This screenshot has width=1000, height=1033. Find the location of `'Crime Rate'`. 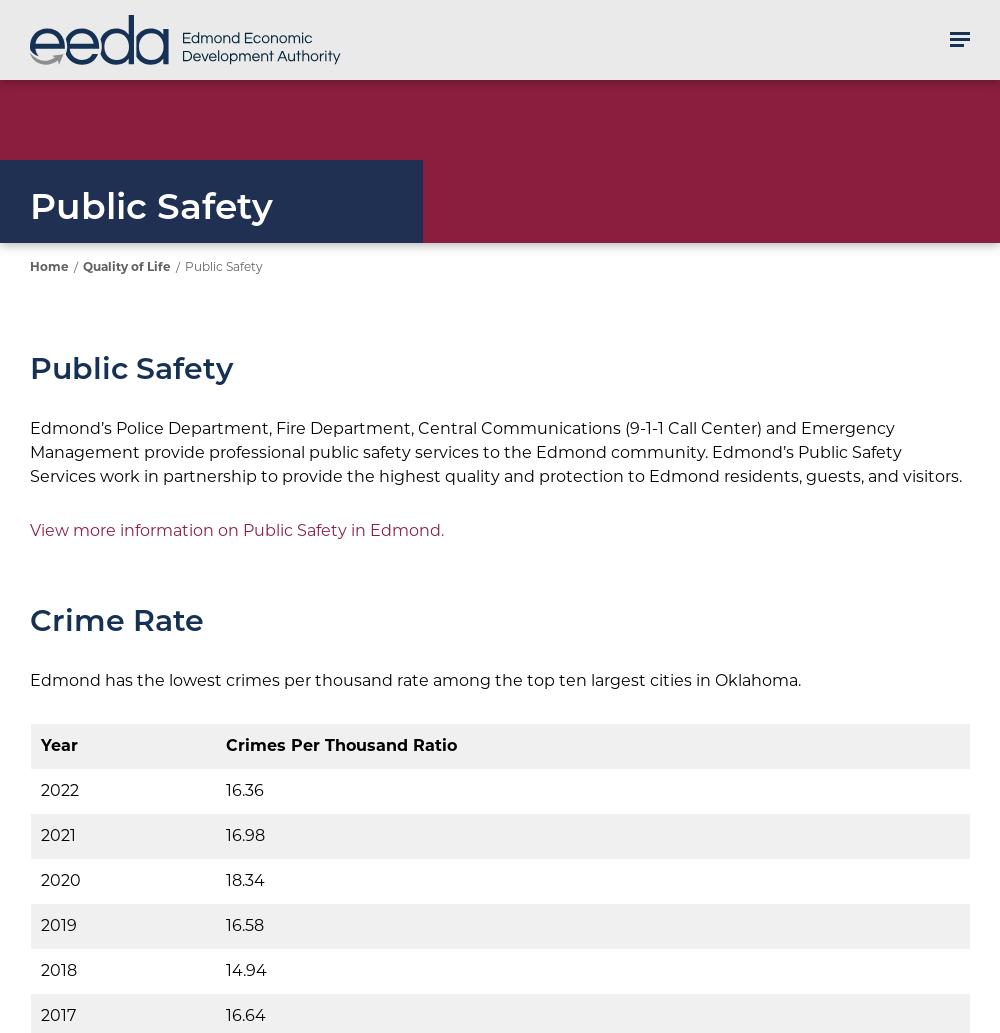

'Crime Rate' is located at coordinates (116, 619).